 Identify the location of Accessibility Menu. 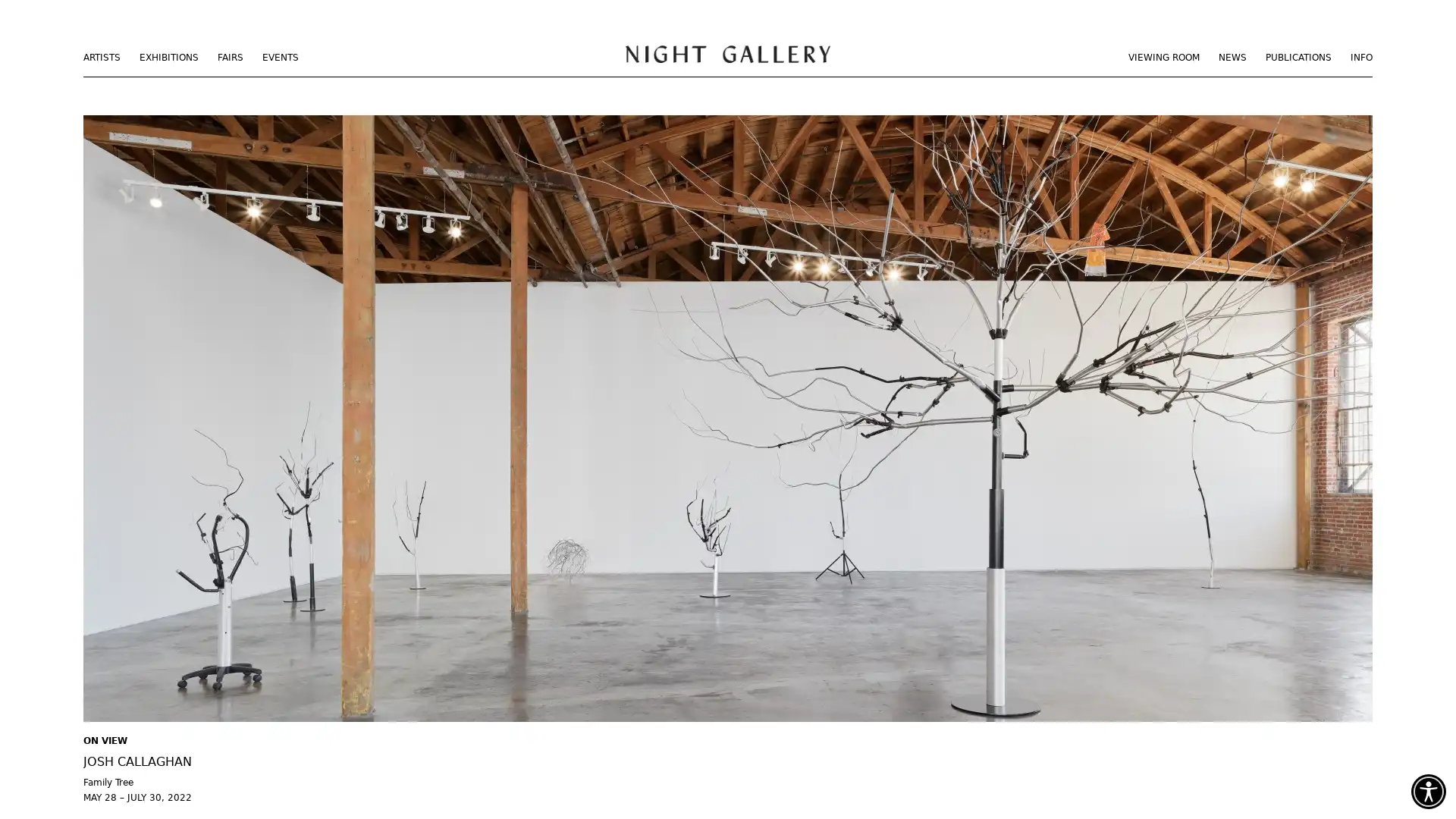
(1427, 791).